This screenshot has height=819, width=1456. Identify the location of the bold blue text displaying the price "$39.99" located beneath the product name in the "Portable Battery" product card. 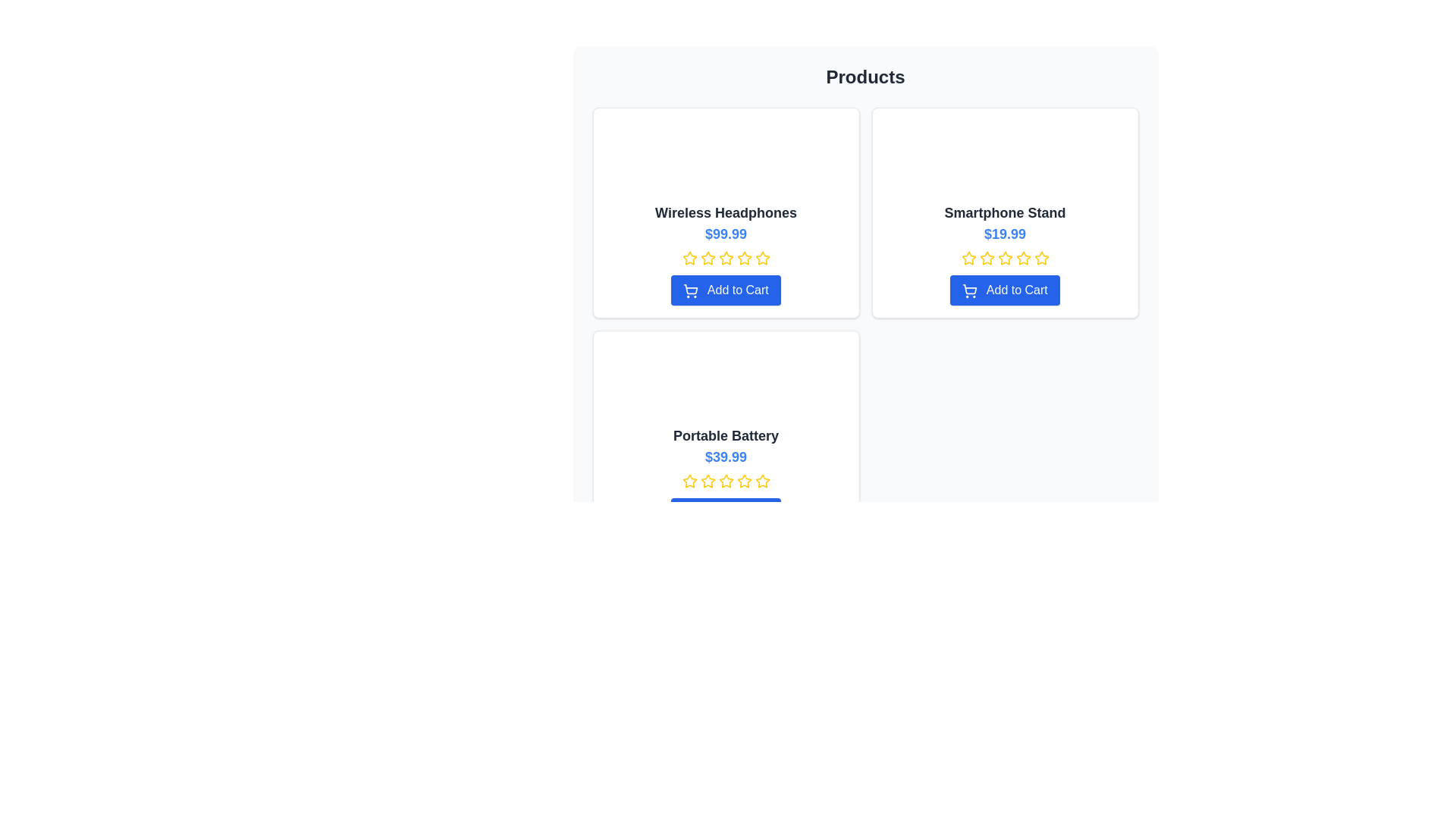
(725, 456).